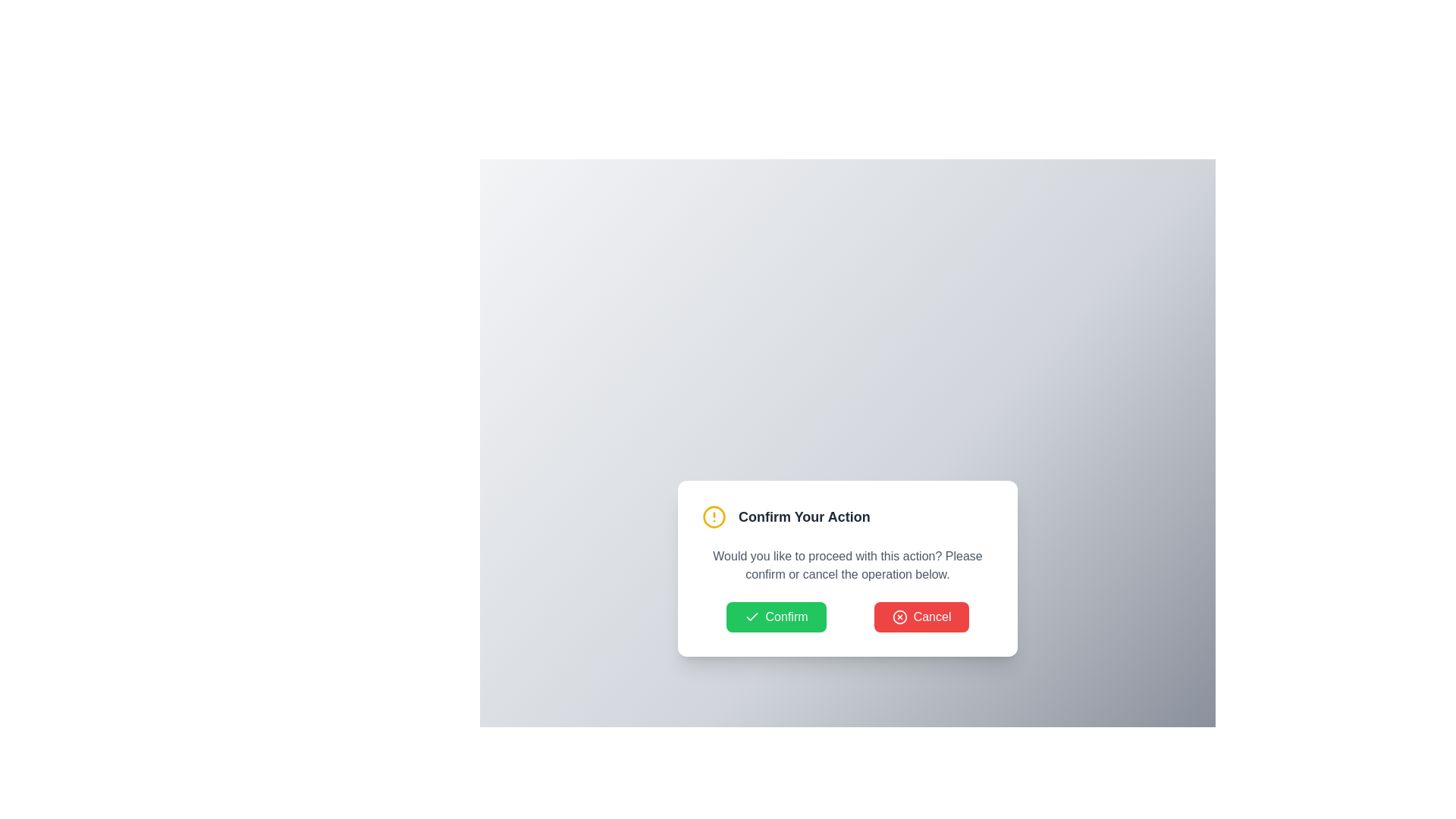  What do you see at coordinates (921, 617) in the screenshot?
I see `the red 'Cancel' button with white text and an 'x' icon` at bounding box center [921, 617].